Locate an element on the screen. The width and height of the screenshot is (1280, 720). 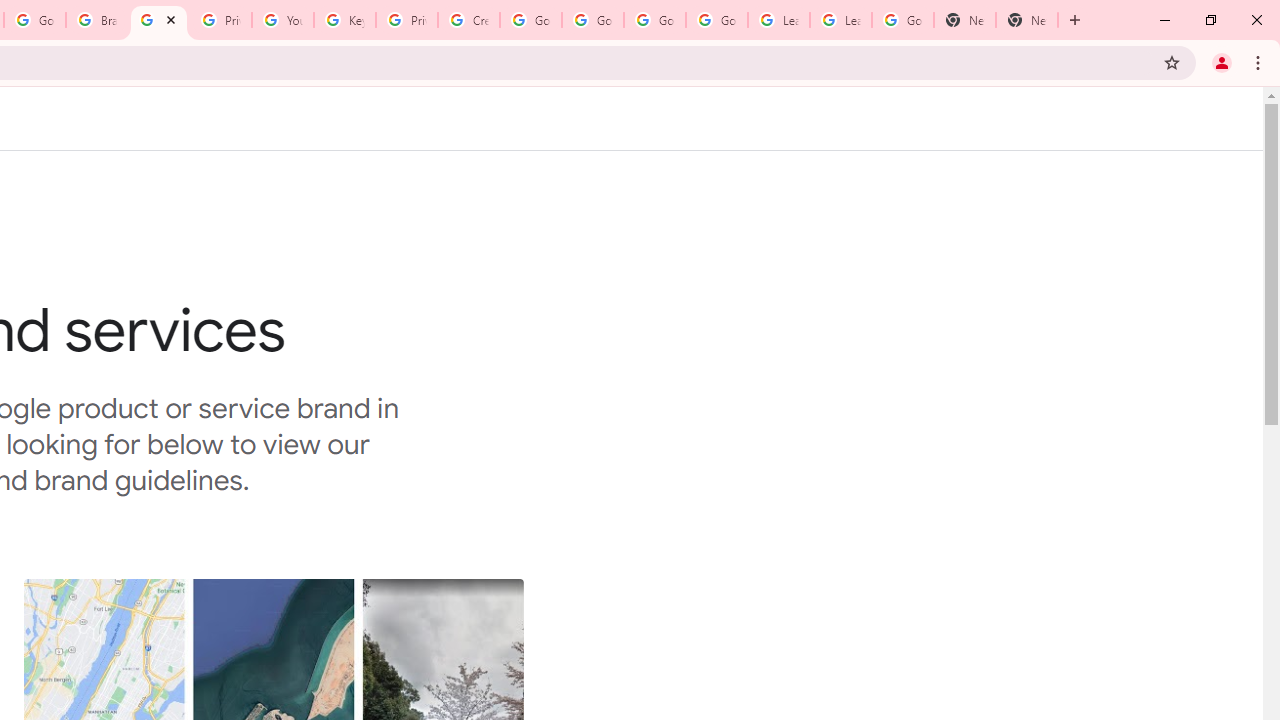
'Brand Resource Center' is located at coordinates (96, 20).